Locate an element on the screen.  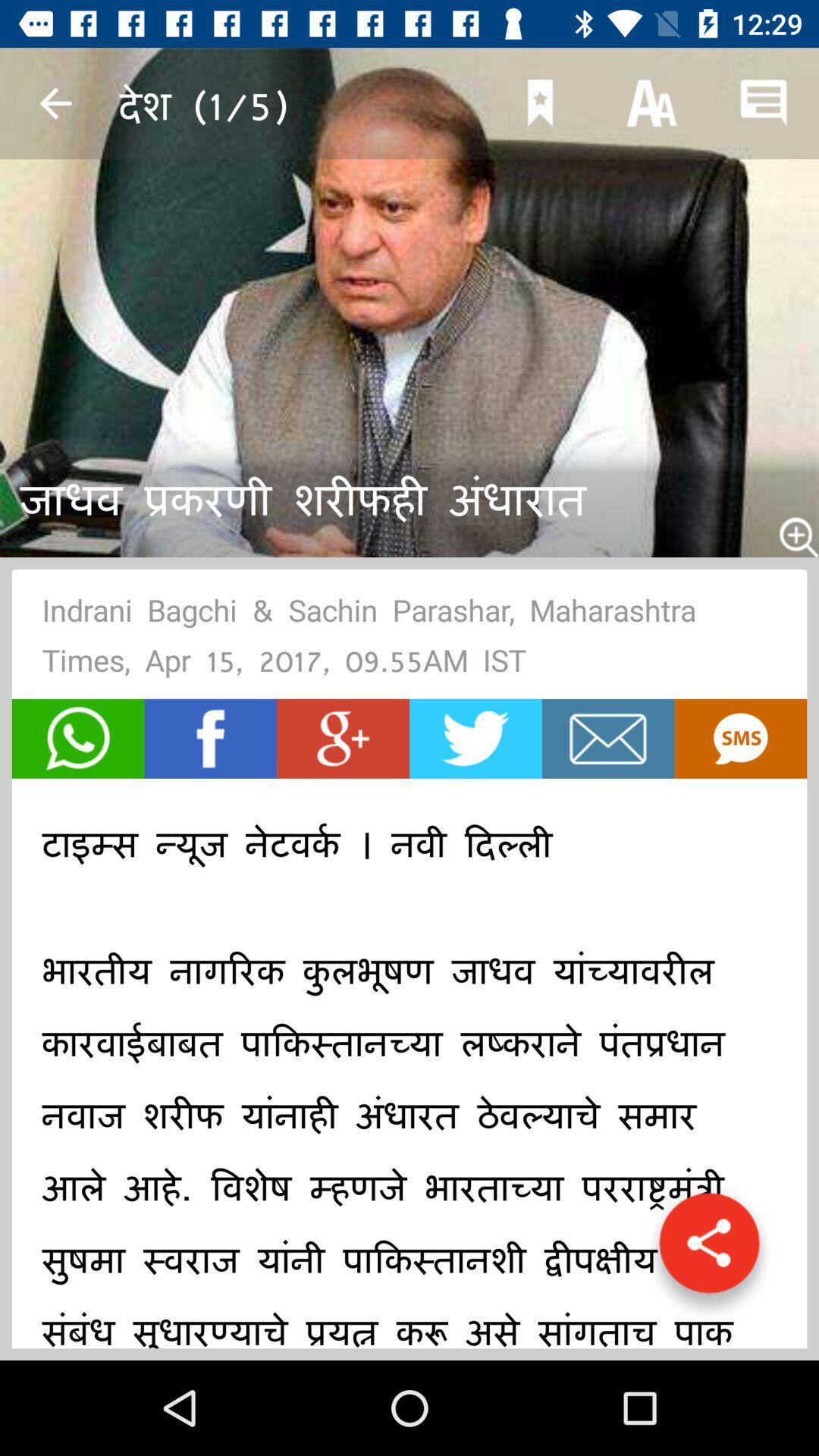
text article is located at coordinates (739, 739).